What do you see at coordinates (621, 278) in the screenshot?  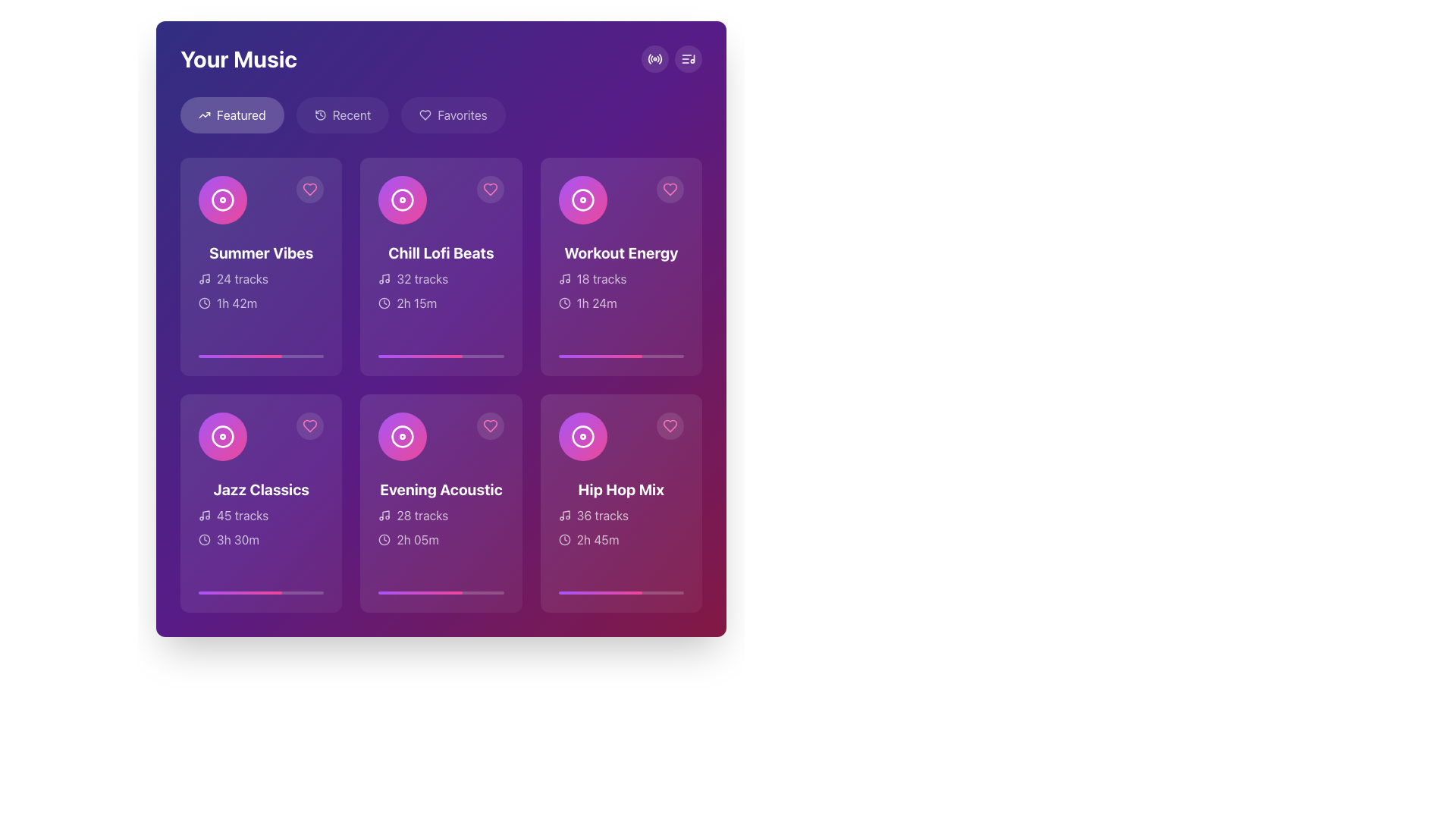 I see `the title 'Workout Energy' on the text display in the top-right corner of the grid layout` at bounding box center [621, 278].